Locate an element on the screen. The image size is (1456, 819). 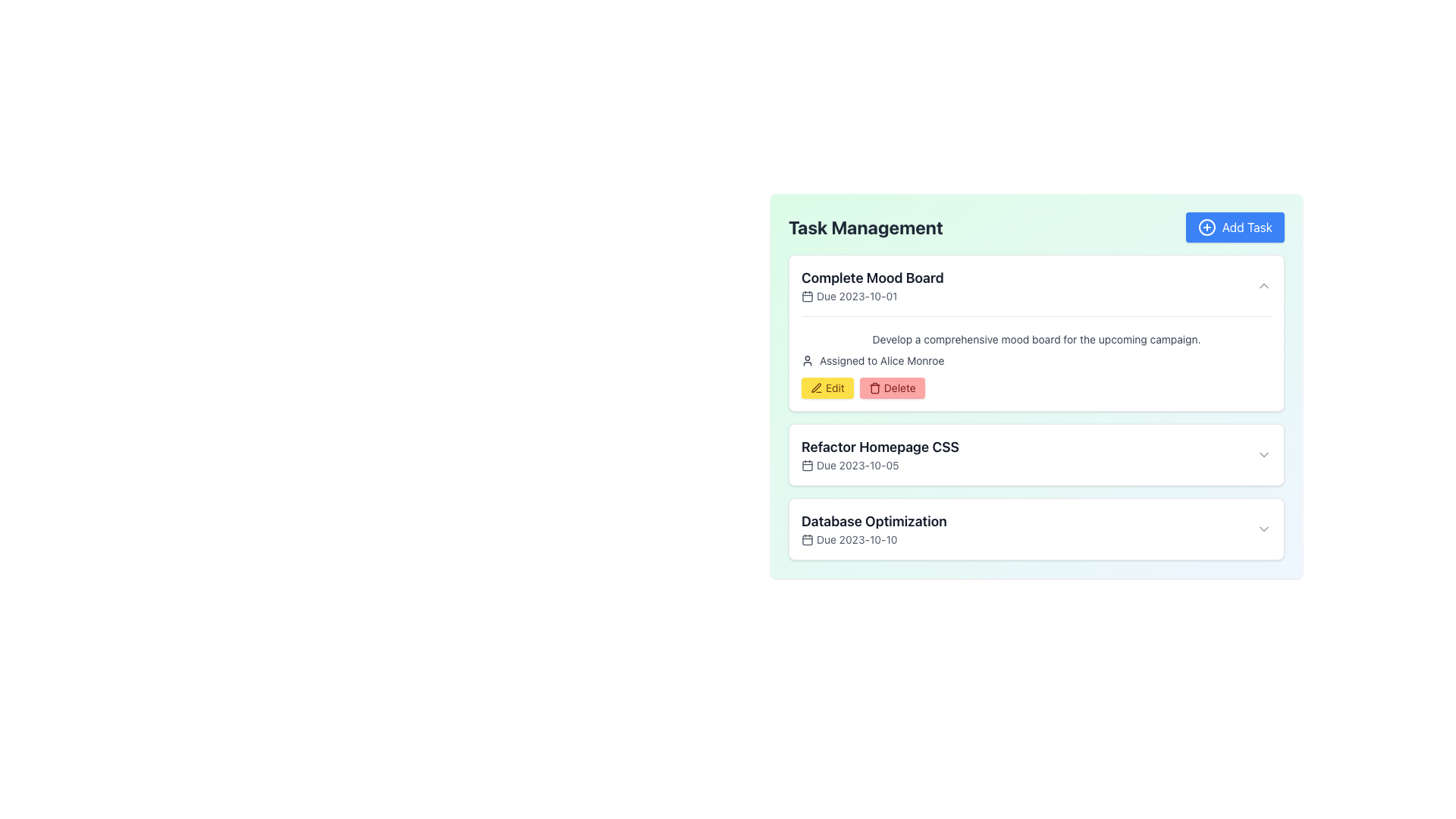
the rectangular shape with rounded corners within the SVG calendar icon, indicating a highlighted event is located at coordinates (807, 464).